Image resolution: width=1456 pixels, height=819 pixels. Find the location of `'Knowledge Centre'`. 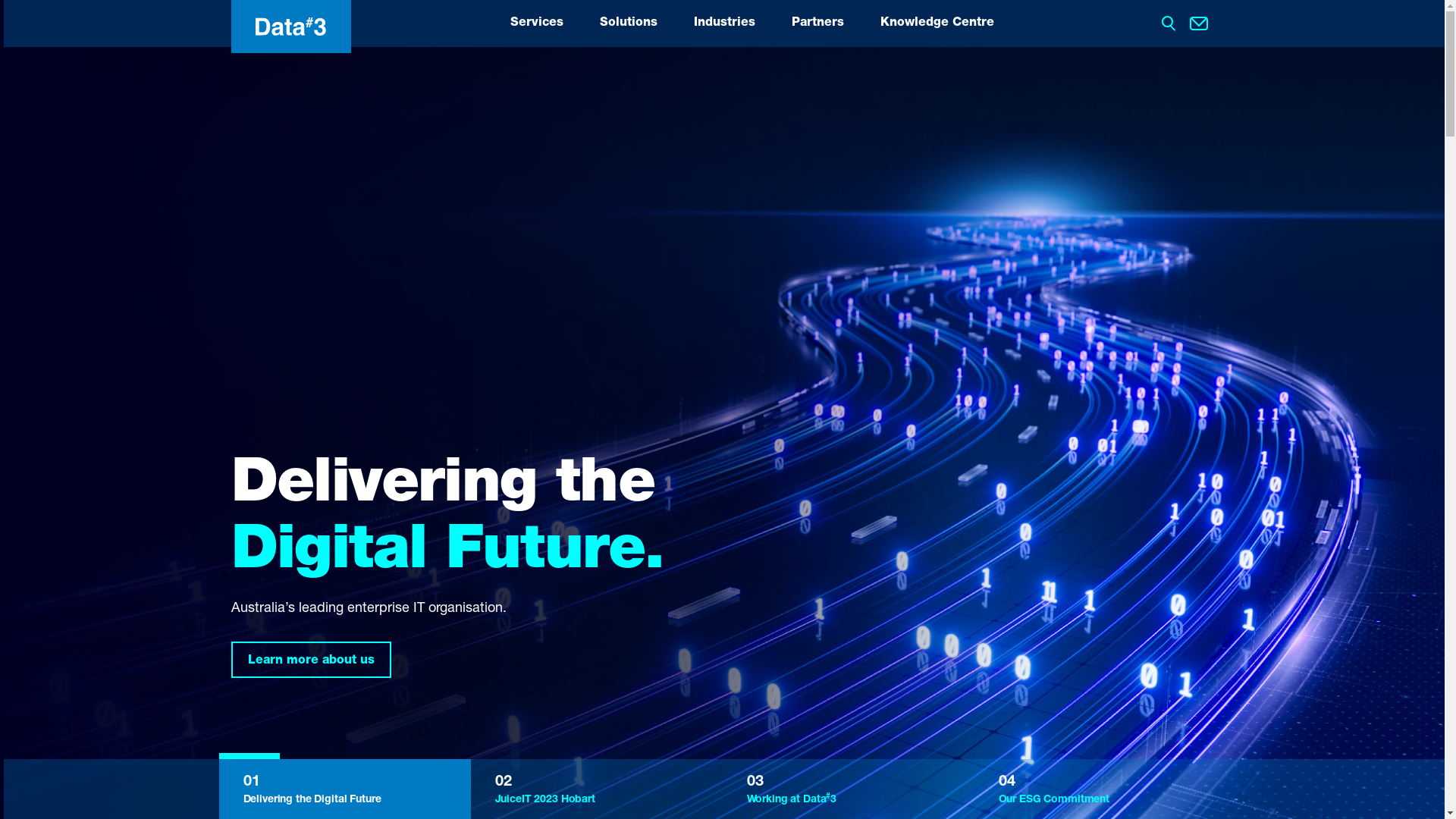

'Knowledge Centre' is located at coordinates (935, 23).